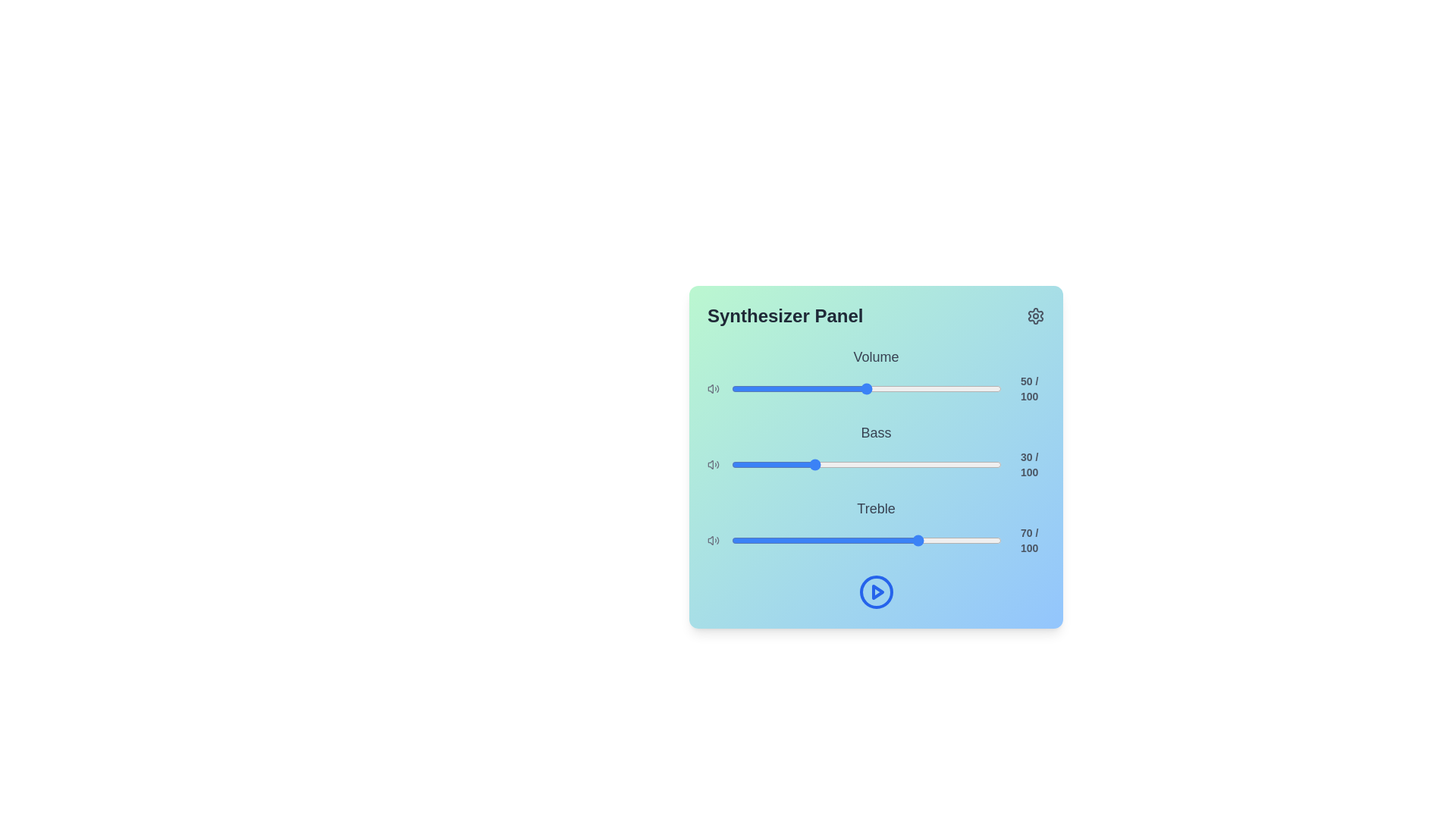 The width and height of the screenshot is (1456, 819). What do you see at coordinates (952, 540) in the screenshot?
I see `the treble slider to 82 value` at bounding box center [952, 540].